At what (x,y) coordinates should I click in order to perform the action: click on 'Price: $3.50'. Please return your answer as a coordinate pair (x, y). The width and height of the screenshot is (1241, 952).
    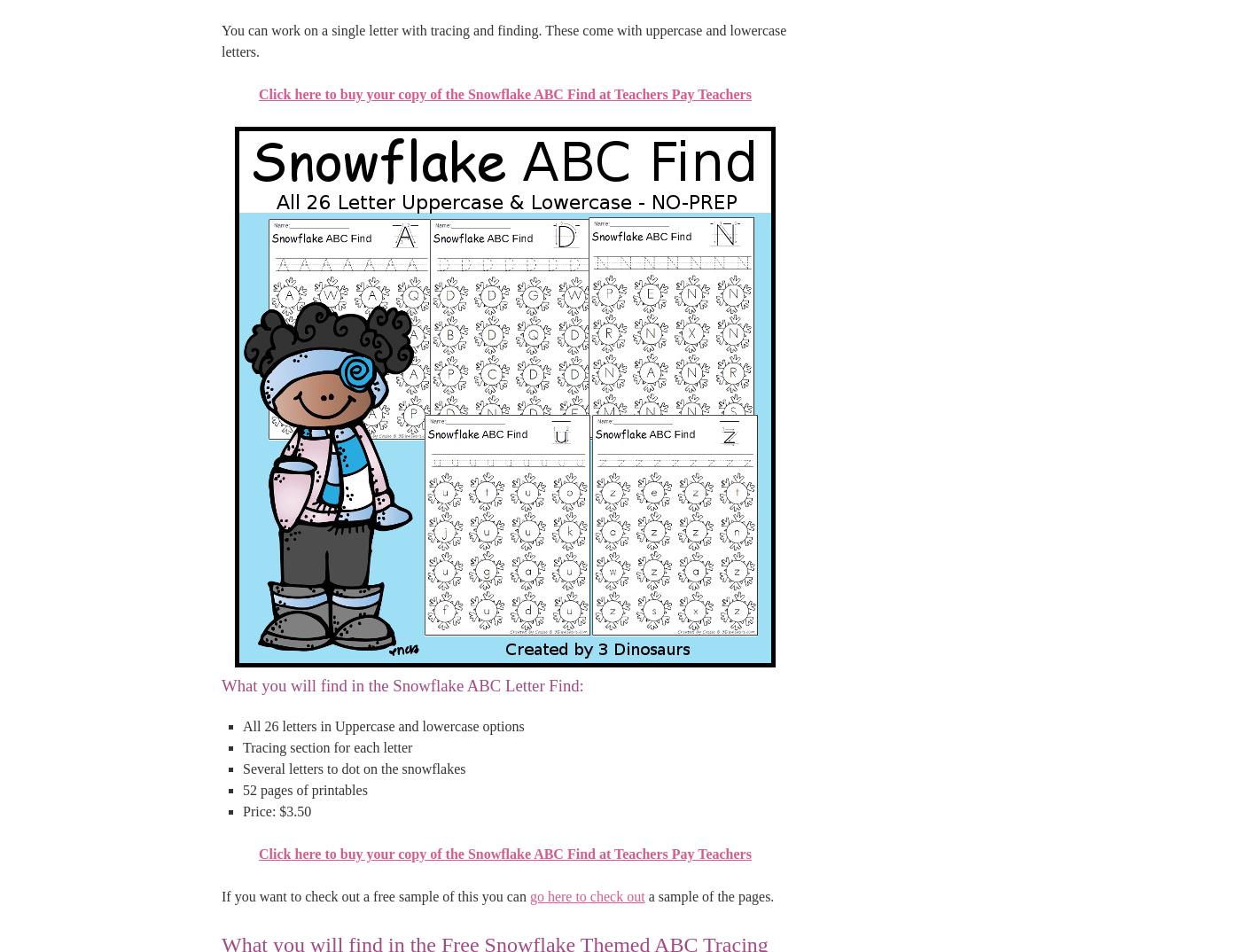
    Looking at the image, I should click on (277, 810).